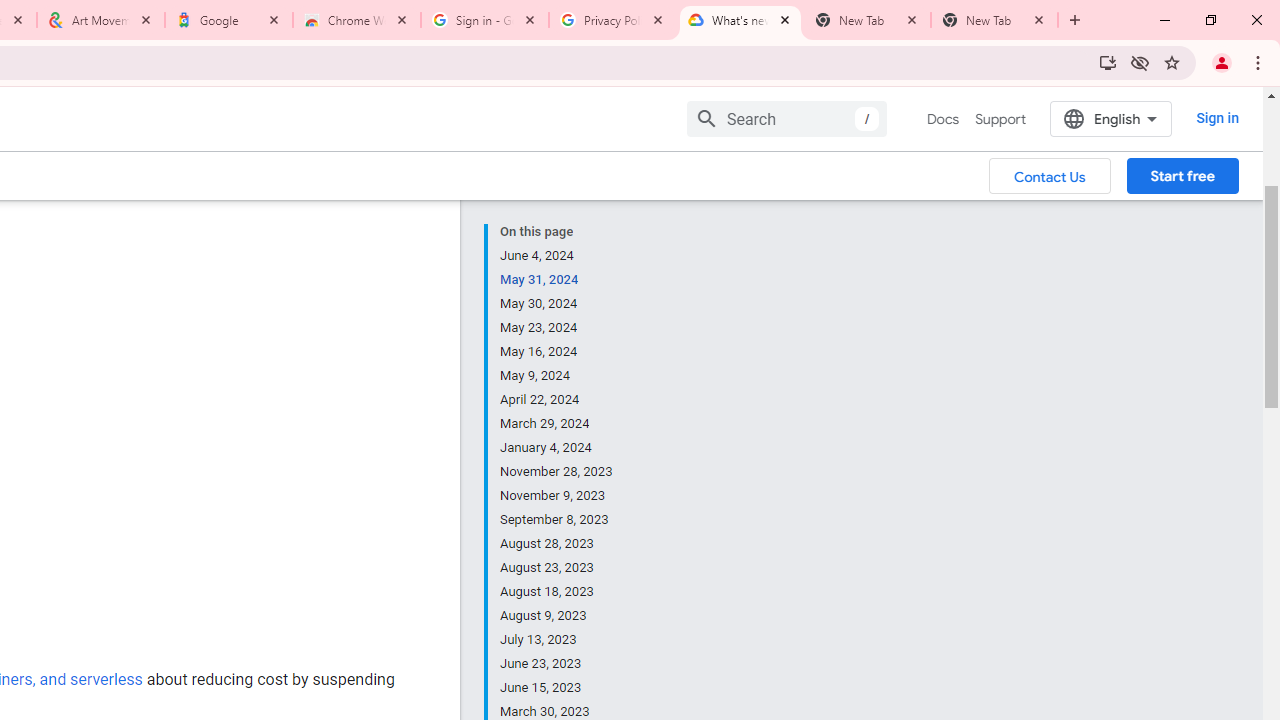 This screenshot has height=720, width=1280. What do you see at coordinates (357, 20) in the screenshot?
I see `'Chrome Web Store - Color themes by Chrome'` at bounding box center [357, 20].